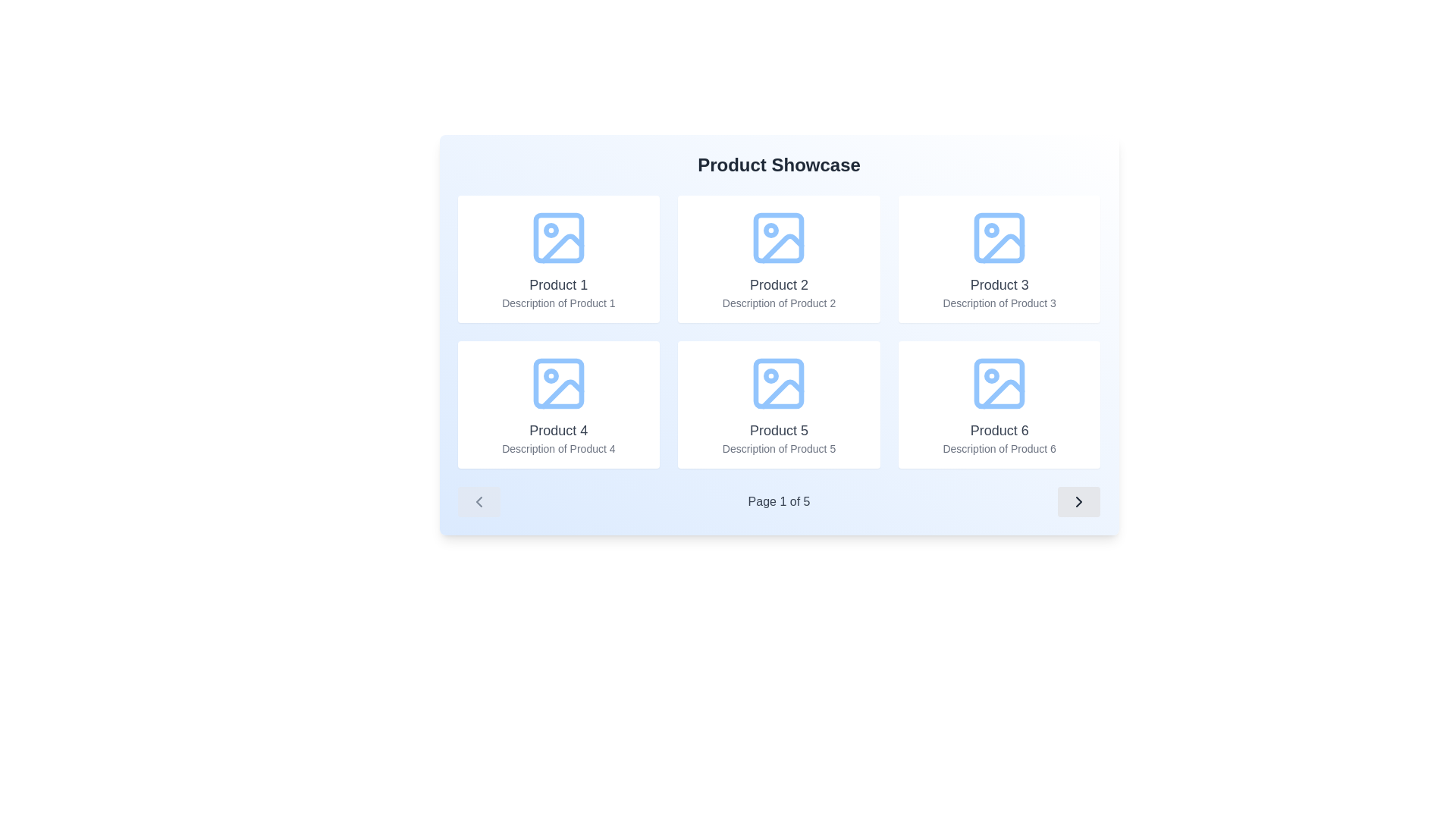 The image size is (1456, 819). Describe the element at coordinates (779, 165) in the screenshot. I see `the bold title 'Product Showcase' that is displayed in the center of the interface at the top of the product section` at that location.